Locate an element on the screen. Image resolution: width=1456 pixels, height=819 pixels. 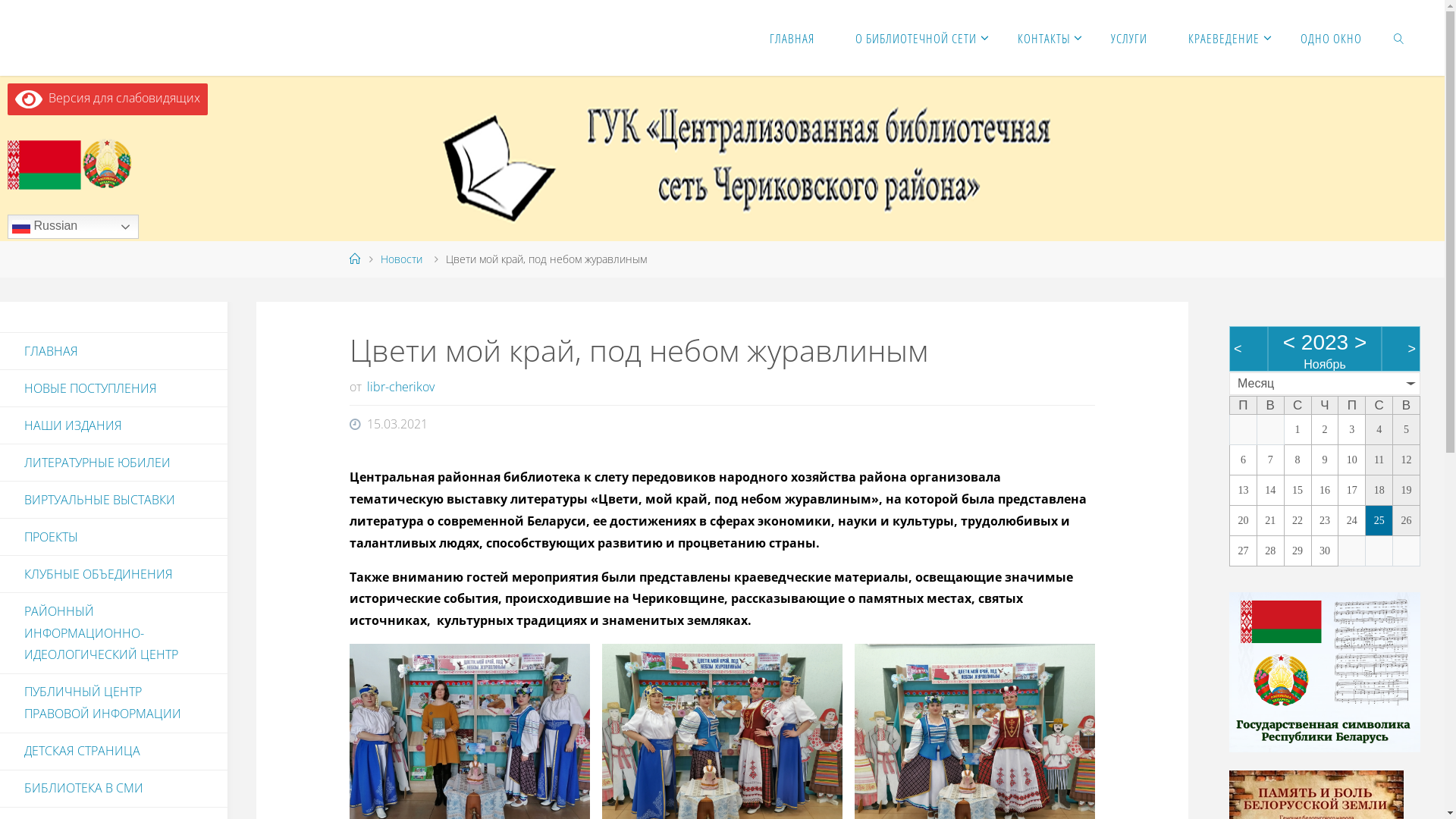
'libr-cherikov' is located at coordinates (364, 385).